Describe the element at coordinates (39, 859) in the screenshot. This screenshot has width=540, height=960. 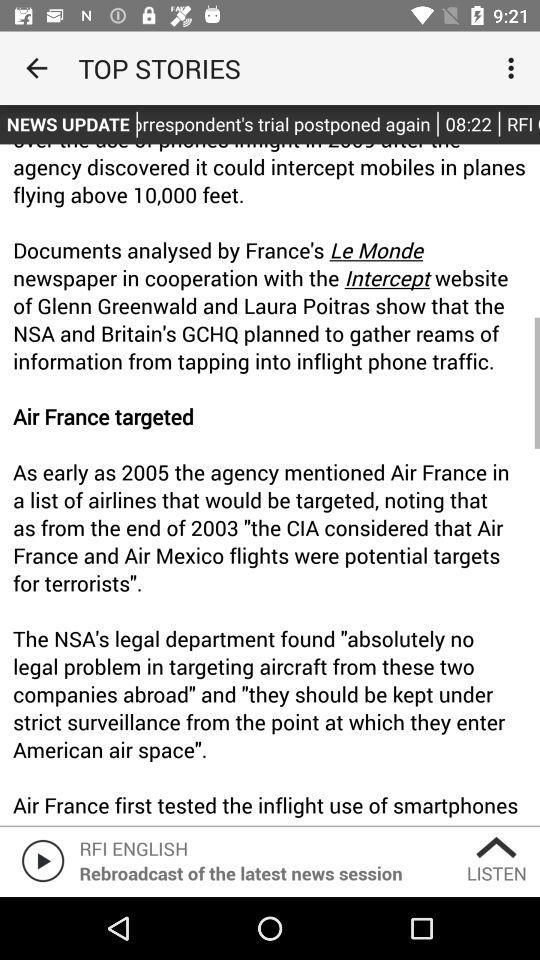
I see `the play icon` at that location.